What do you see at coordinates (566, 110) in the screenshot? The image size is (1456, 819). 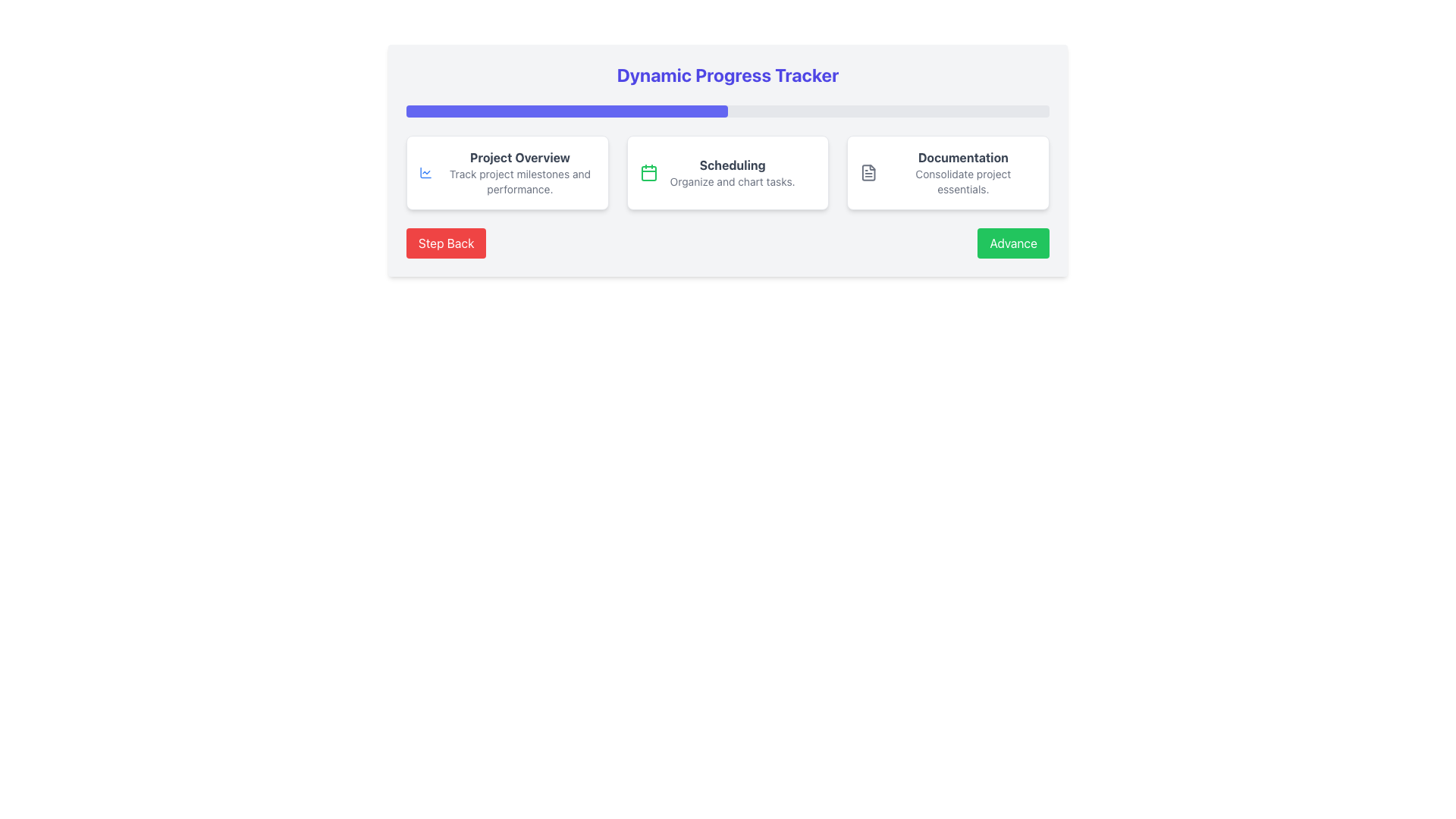 I see `the Progress Bar located below the title 'Dynamic Progress Tracker', which visually indicates a 50% completion` at bounding box center [566, 110].